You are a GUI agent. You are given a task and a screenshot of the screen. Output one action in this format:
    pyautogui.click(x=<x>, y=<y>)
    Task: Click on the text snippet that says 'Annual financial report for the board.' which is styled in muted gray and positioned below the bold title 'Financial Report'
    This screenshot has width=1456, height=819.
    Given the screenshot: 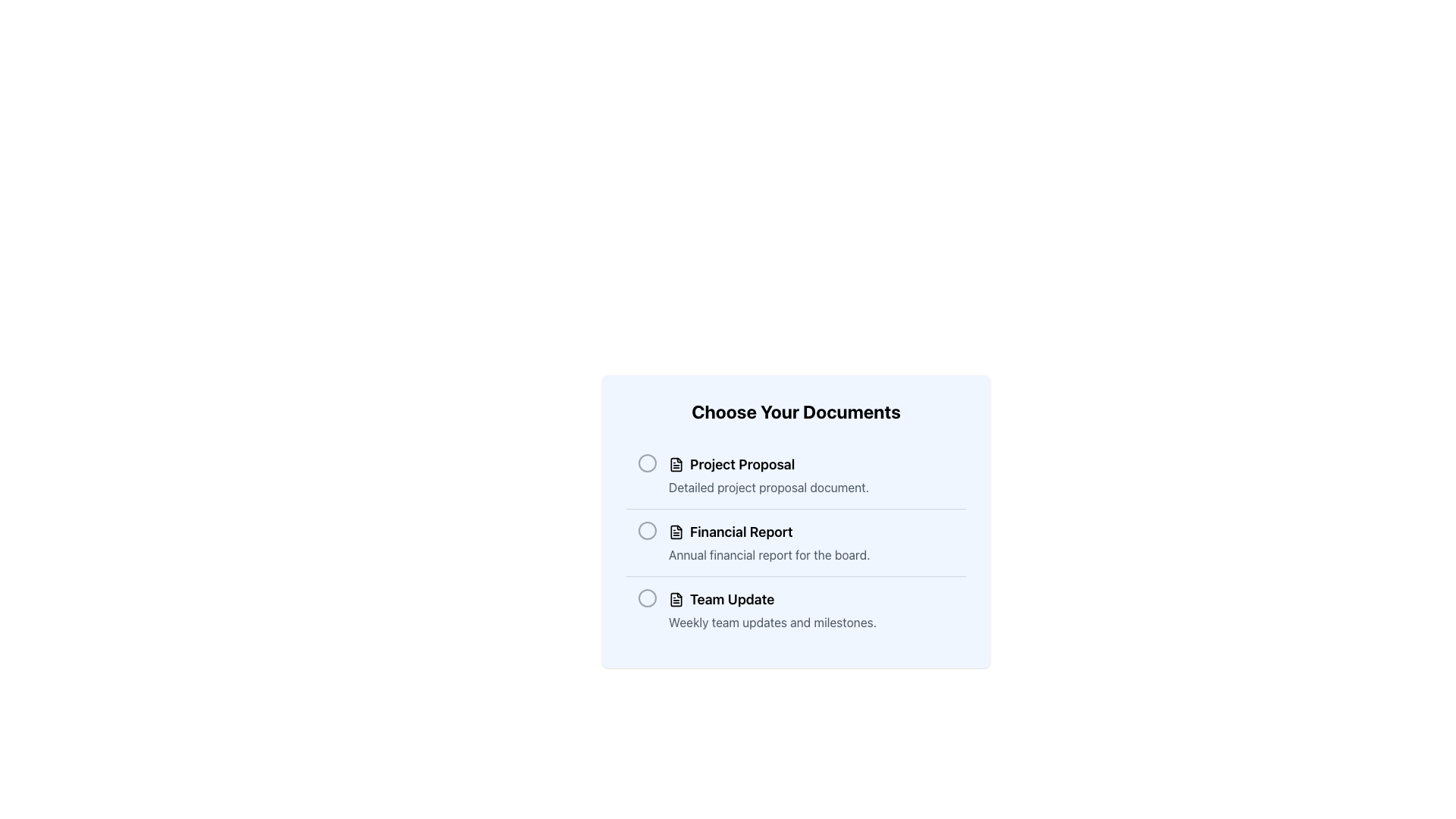 What is the action you would take?
    pyautogui.click(x=769, y=555)
    